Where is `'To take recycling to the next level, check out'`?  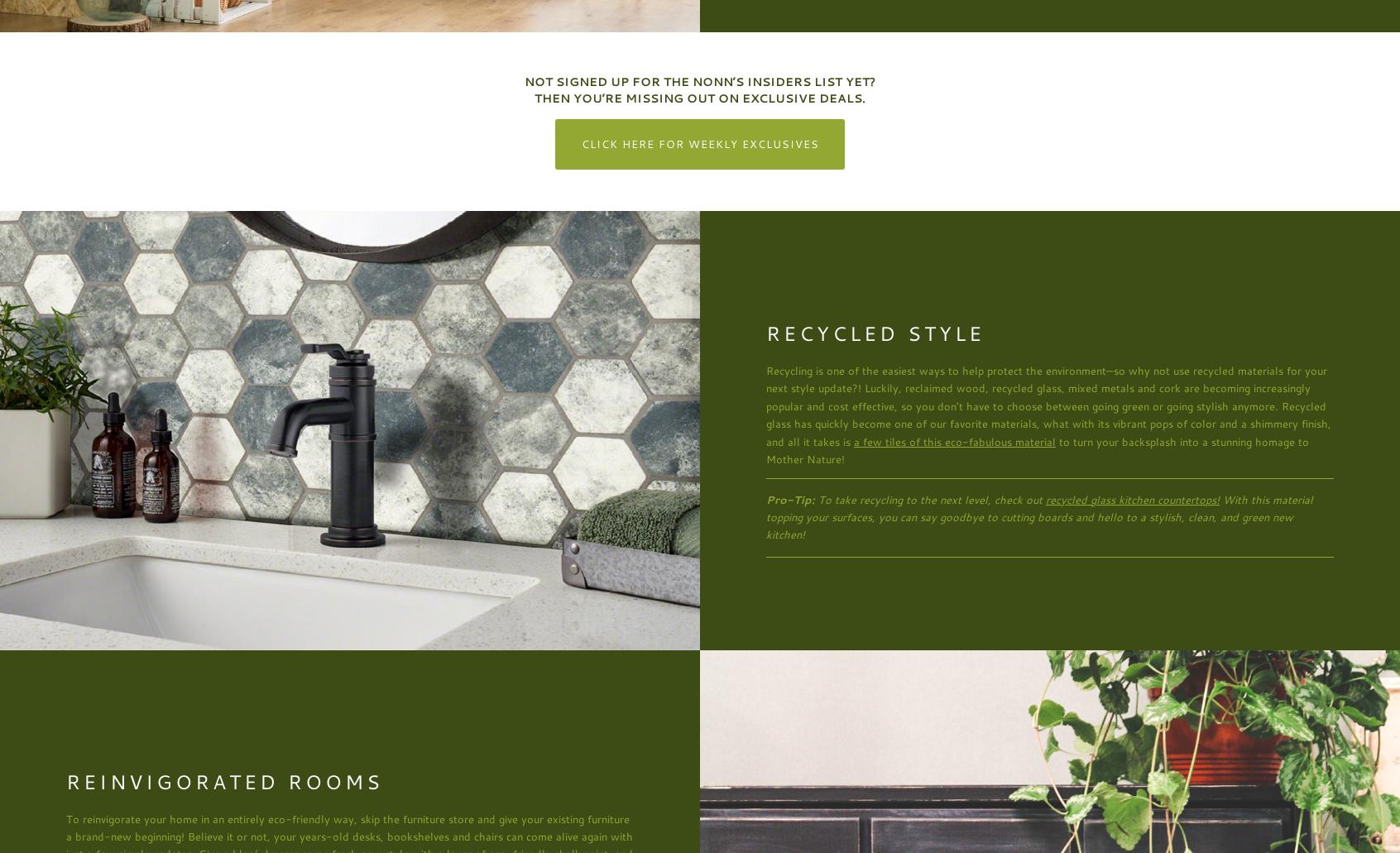 'To take recycling to the next level, check out' is located at coordinates (930, 498).